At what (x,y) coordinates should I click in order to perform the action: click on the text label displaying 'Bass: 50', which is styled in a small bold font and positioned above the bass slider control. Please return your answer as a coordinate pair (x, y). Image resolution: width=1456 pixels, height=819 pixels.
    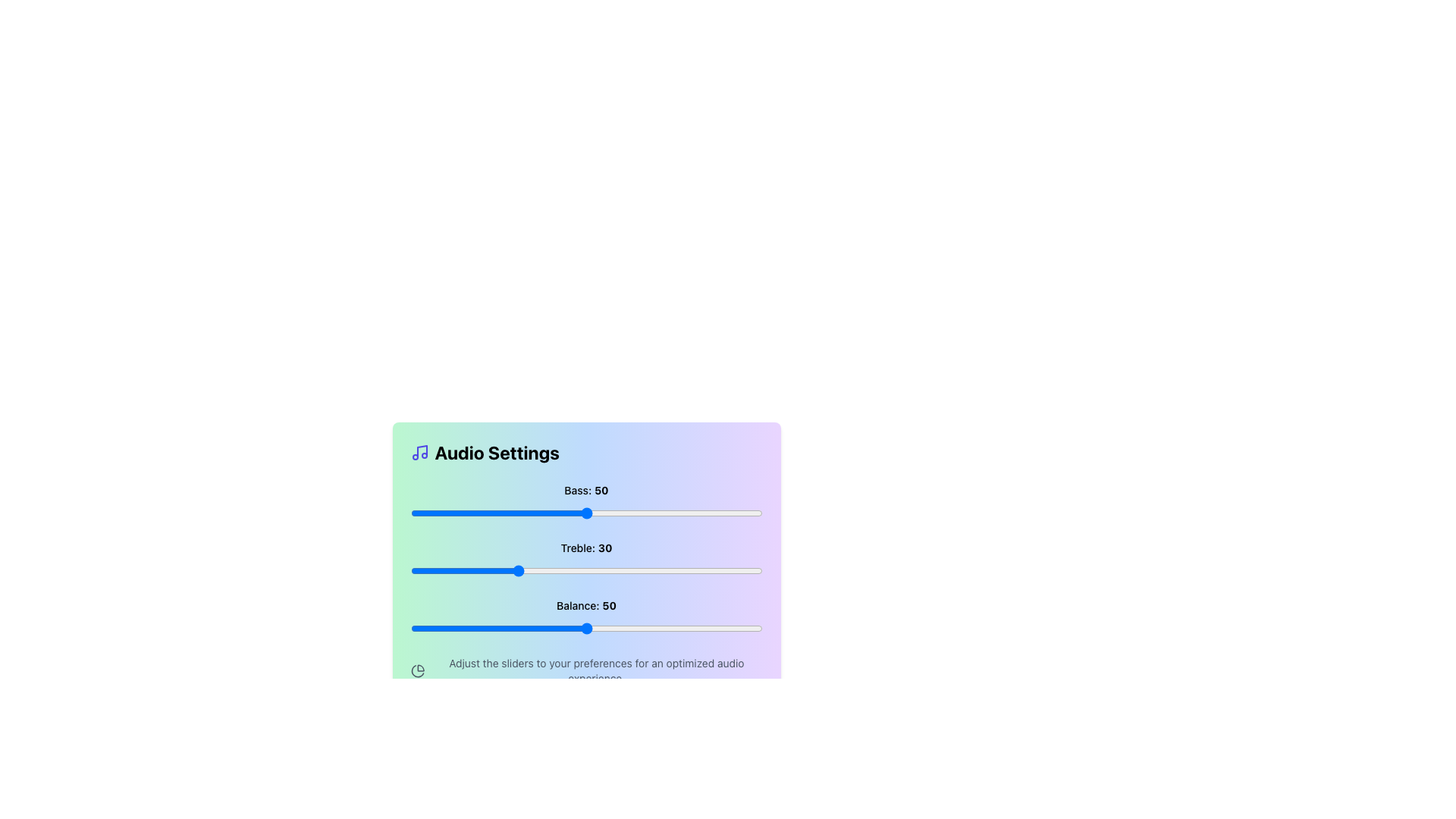
    Looking at the image, I should click on (585, 491).